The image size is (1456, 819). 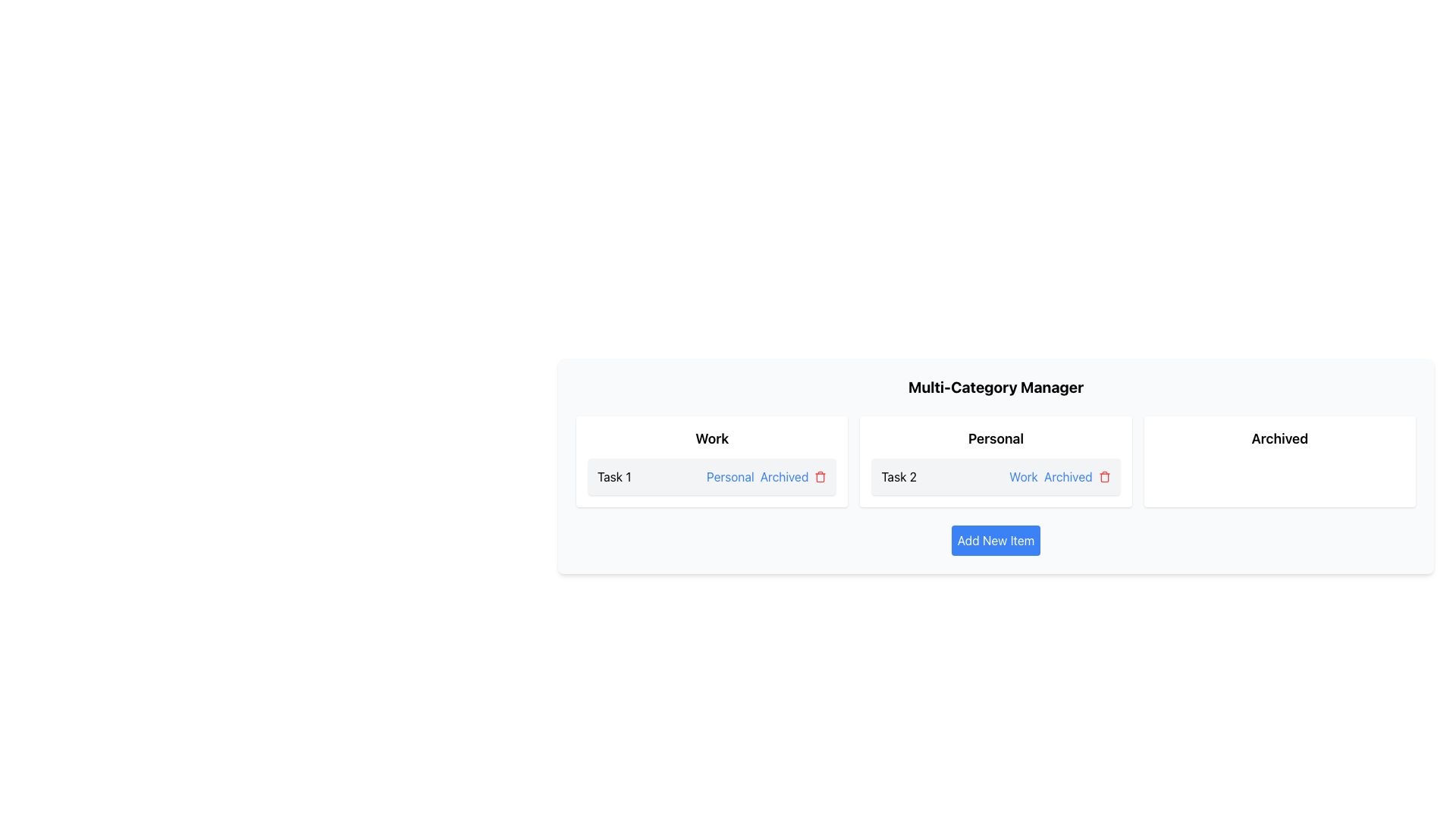 What do you see at coordinates (996, 438) in the screenshot?
I see `the 'Personal' text label, which is displayed in bold and larger font, indicating a category title under the 'Multi-Category Manager'` at bounding box center [996, 438].